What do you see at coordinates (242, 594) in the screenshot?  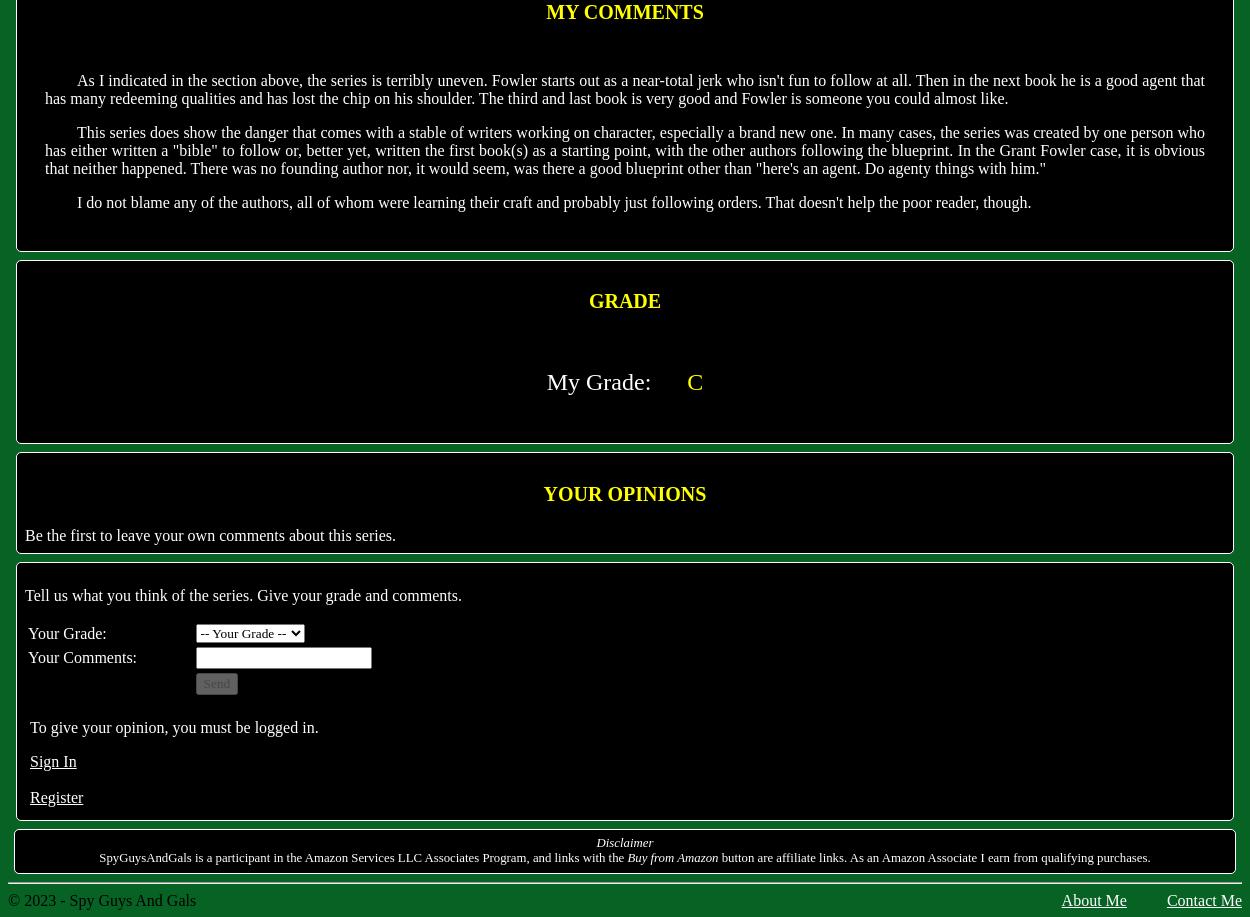 I see `'Tell us what you think of the series. Give your grade and comments.'` at bounding box center [242, 594].